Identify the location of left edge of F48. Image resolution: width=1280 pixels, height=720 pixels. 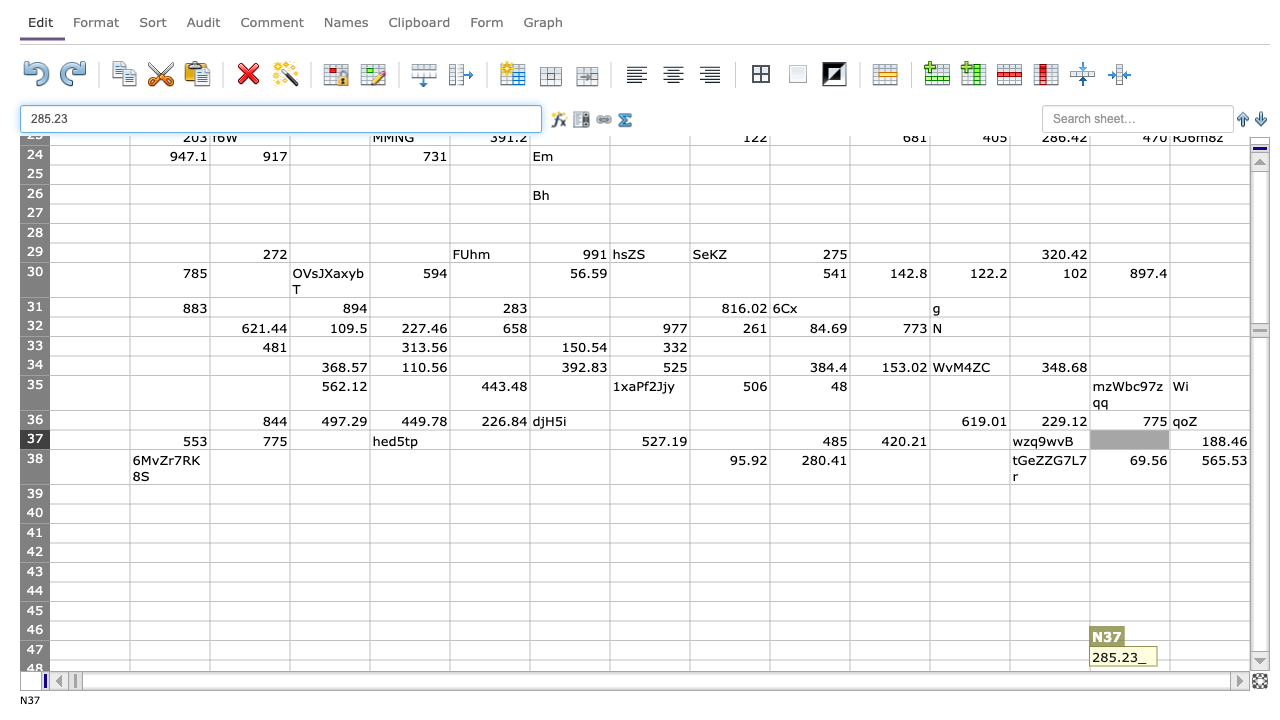
(449, 669).